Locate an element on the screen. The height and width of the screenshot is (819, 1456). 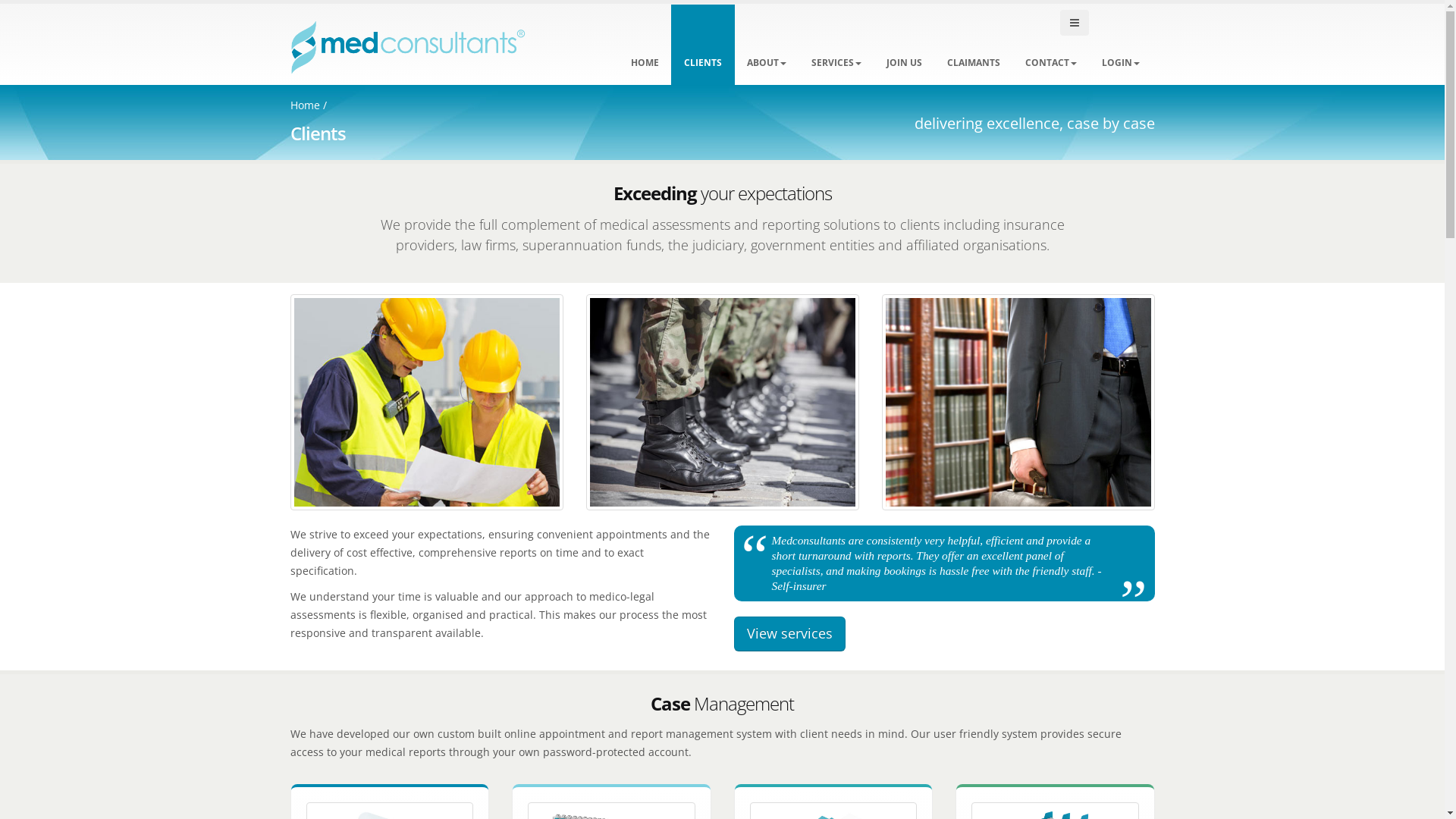
'CLIENTS' is located at coordinates (701, 44).